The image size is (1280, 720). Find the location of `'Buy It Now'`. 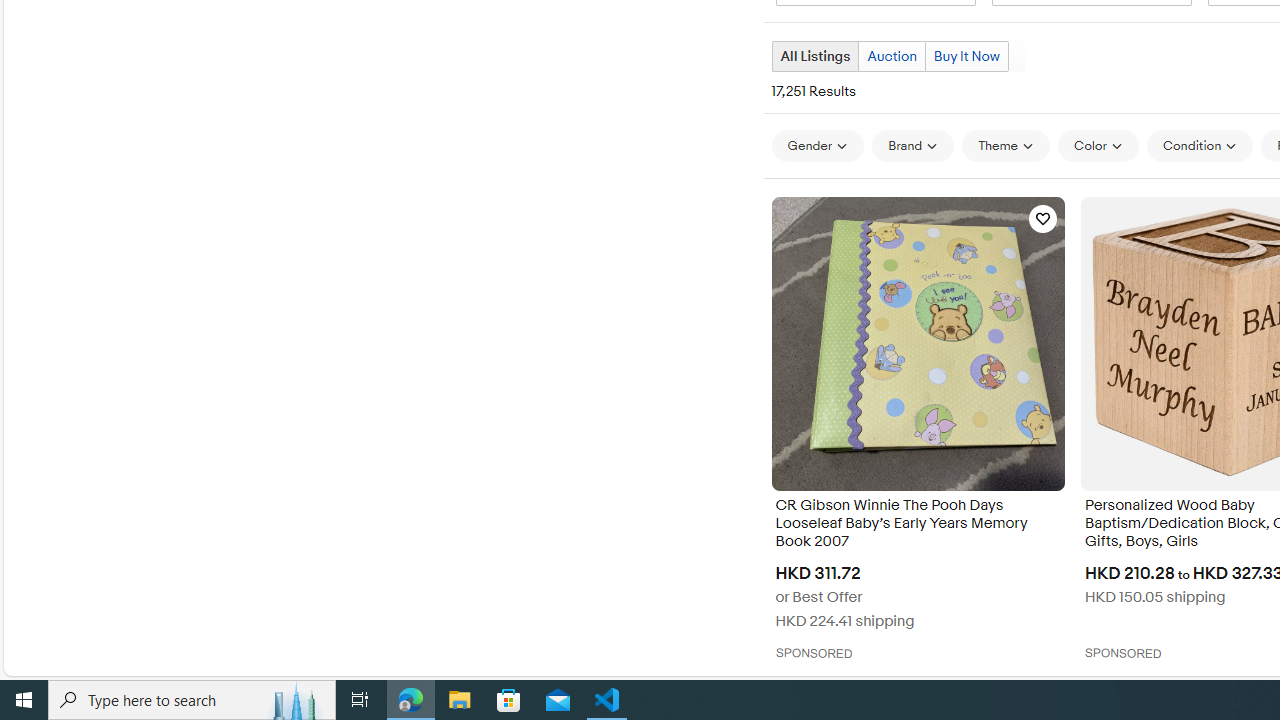

'Buy It Now' is located at coordinates (966, 55).